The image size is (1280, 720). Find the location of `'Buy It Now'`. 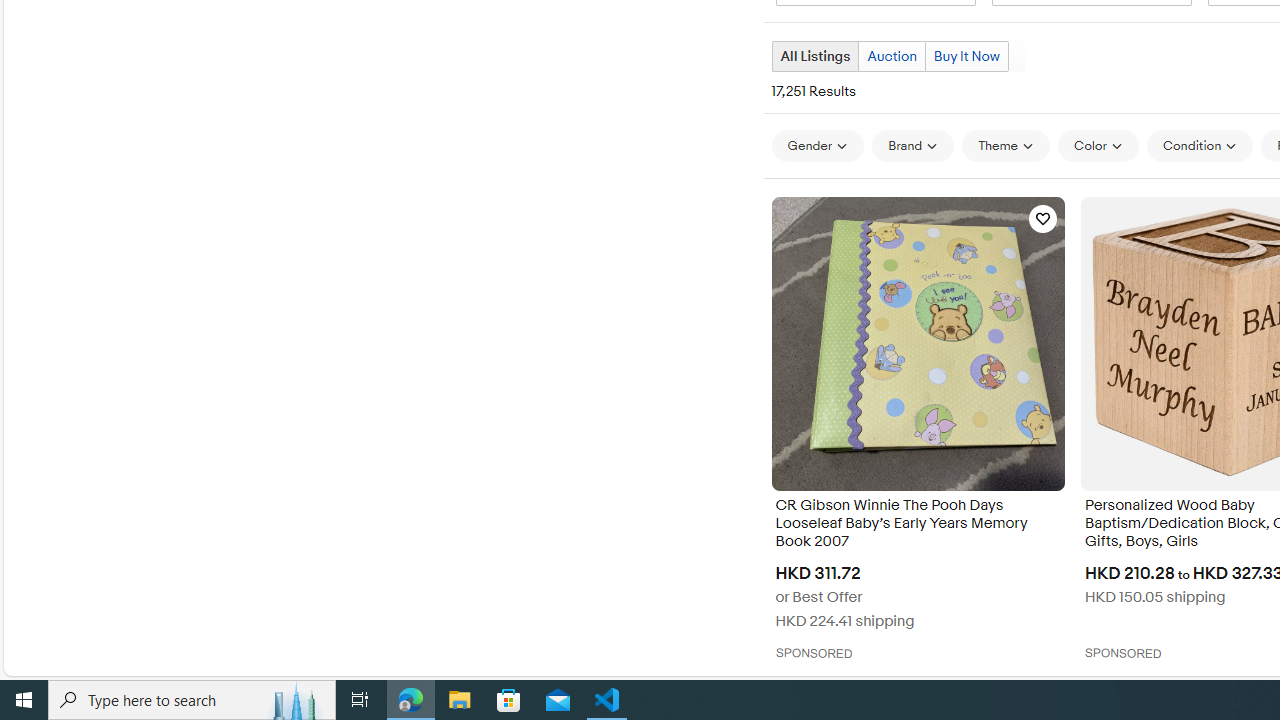

'Buy It Now' is located at coordinates (966, 55).